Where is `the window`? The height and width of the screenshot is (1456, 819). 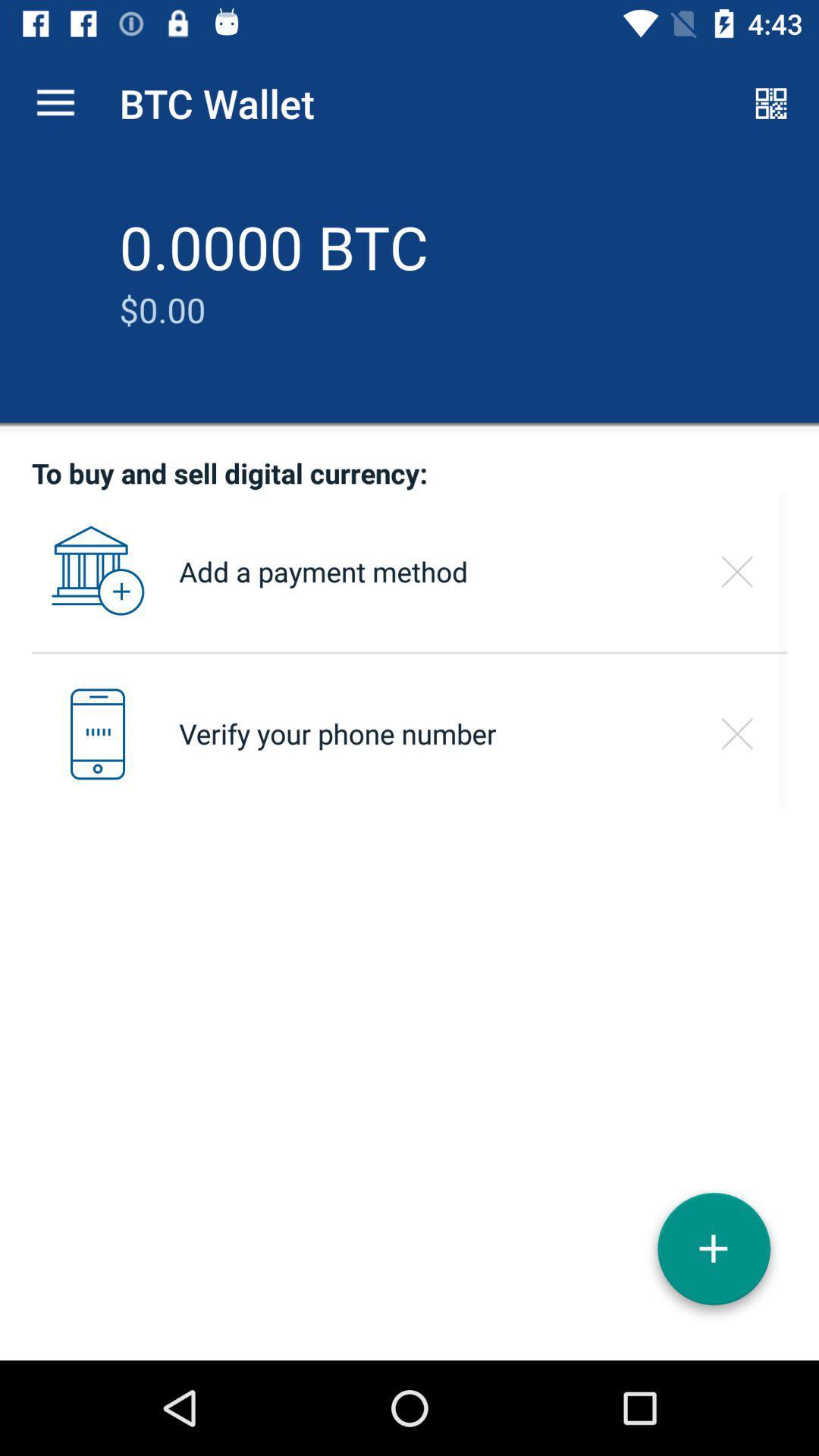
the window is located at coordinates (736, 571).